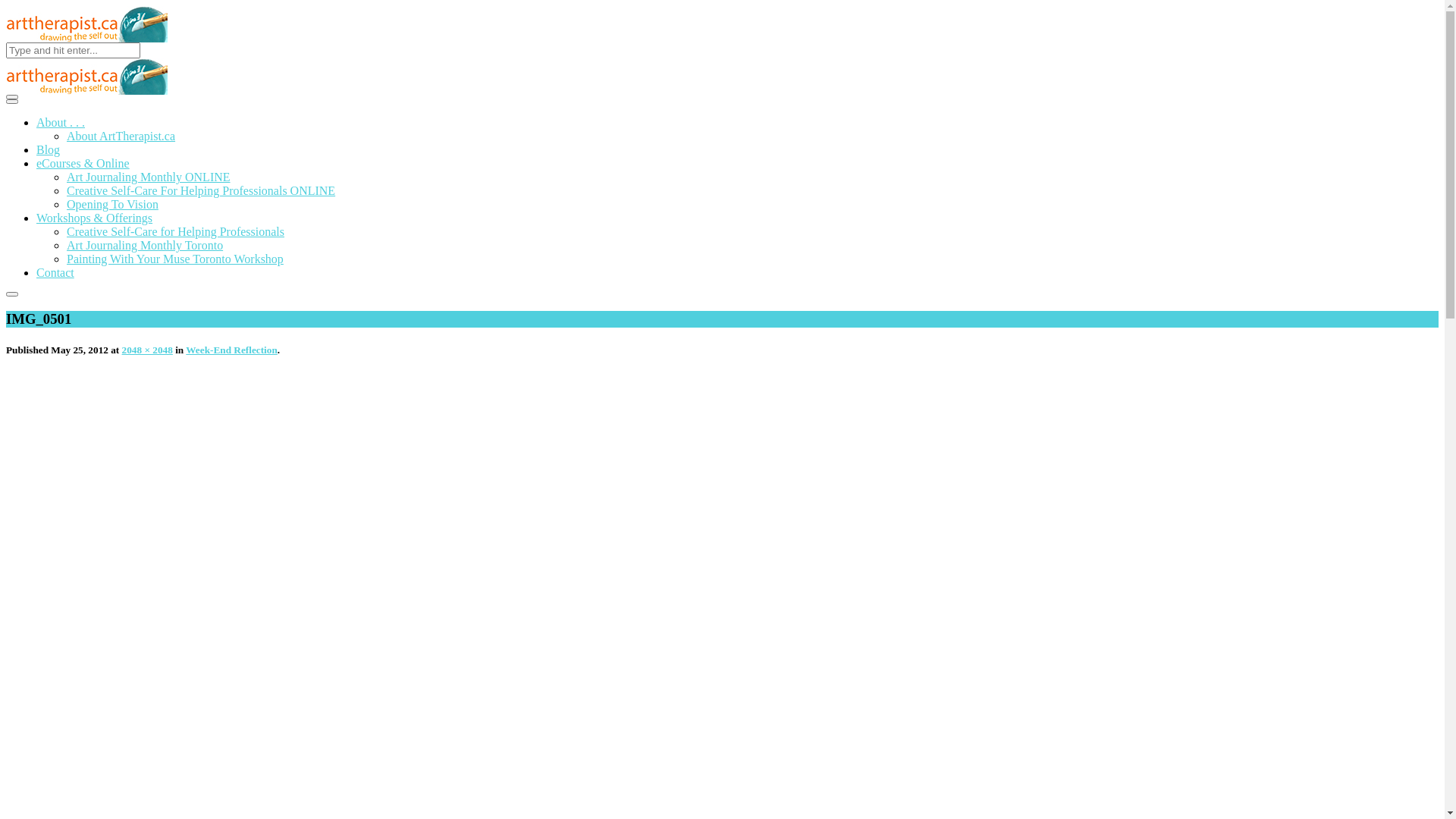 This screenshot has width=1456, height=819. Describe the element at coordinates (145, 244) in the screenshot. I see `'Art Journaling Monthly Toronto'` at that location.